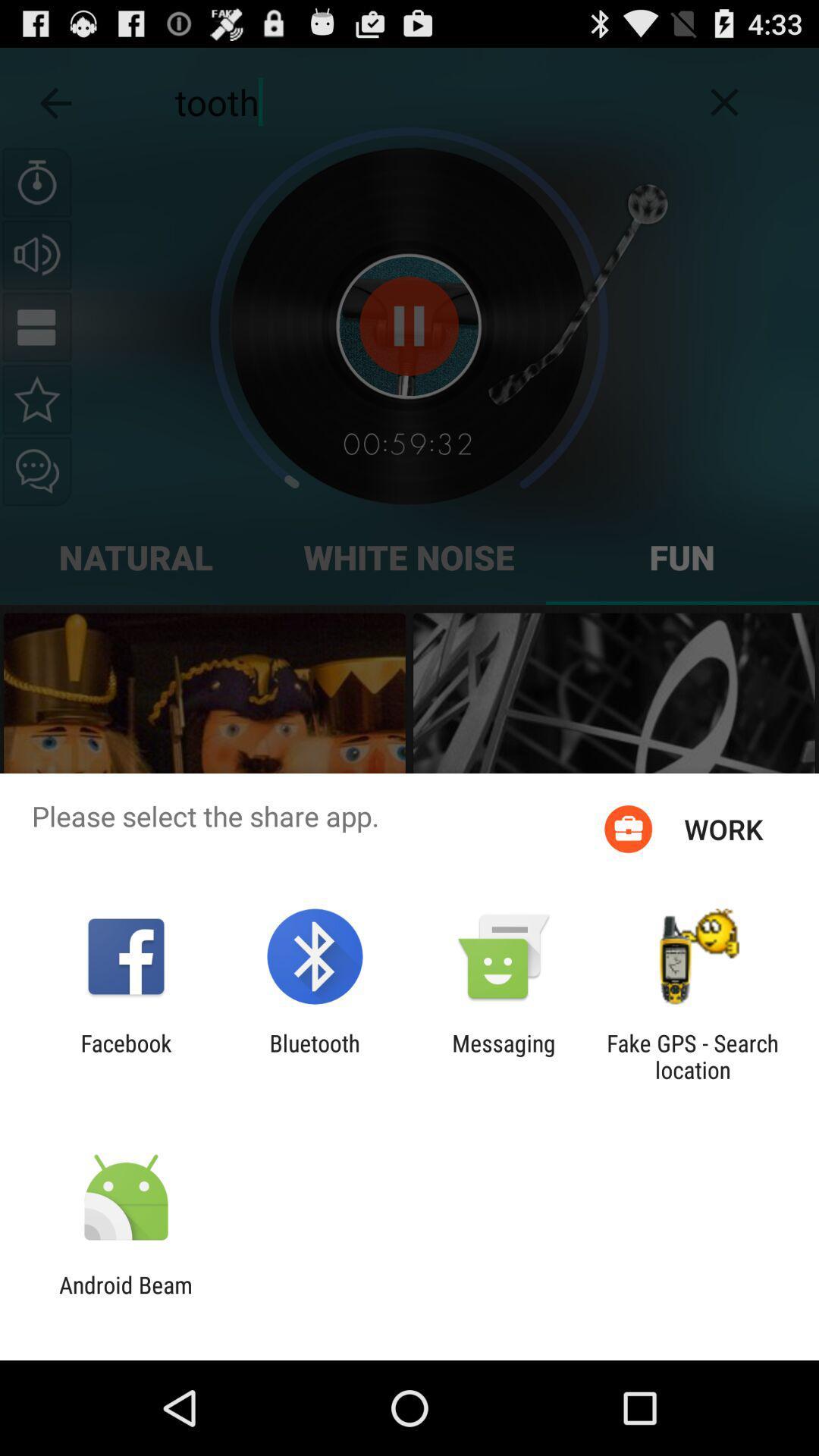 The image size is (819, 1456). I want to click on app at the bottom right corner, so click(692, 1056).